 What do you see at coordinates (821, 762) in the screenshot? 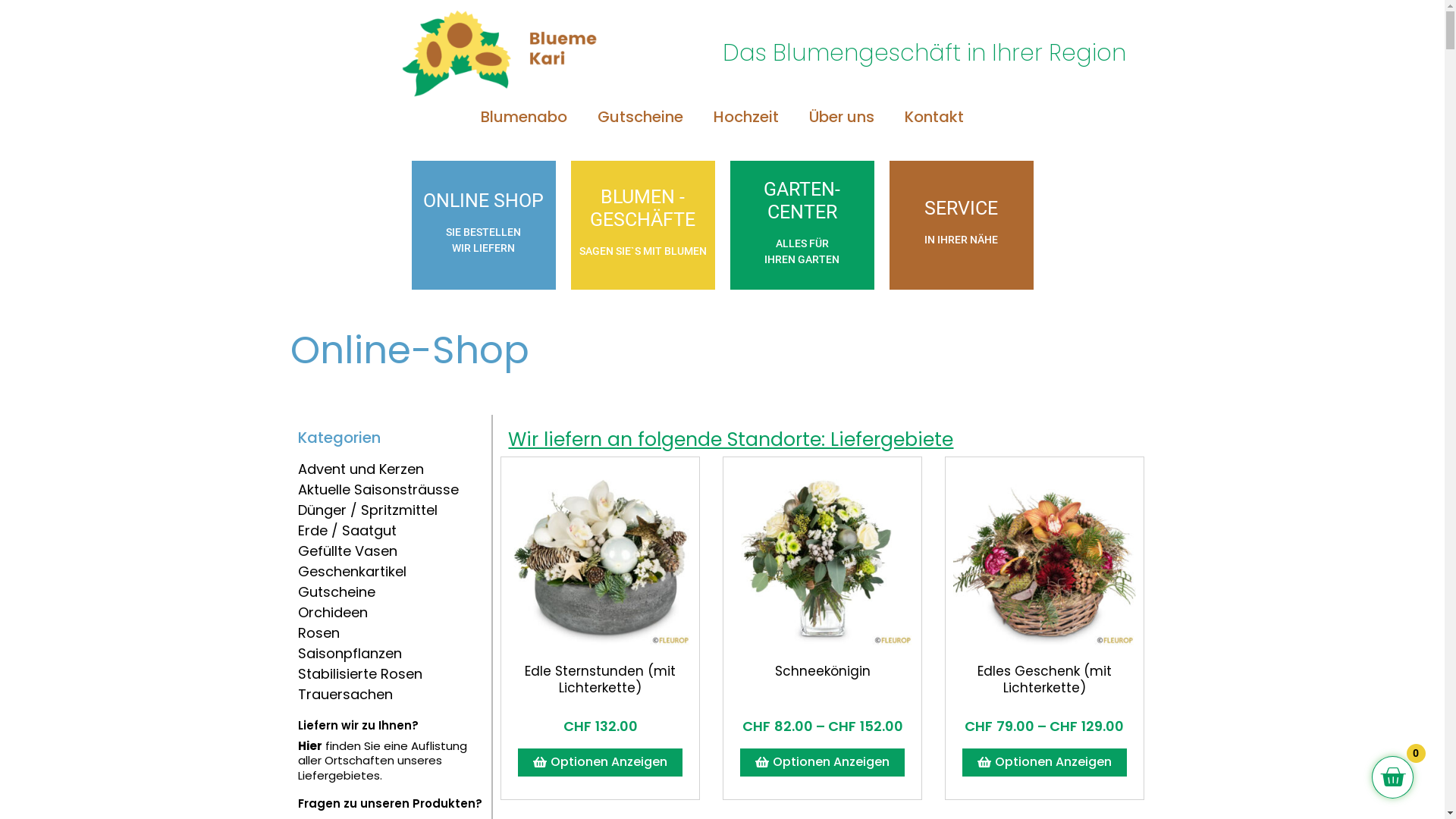
I see `'Optionen Anzeigen'` at bounding box center [821, 762].